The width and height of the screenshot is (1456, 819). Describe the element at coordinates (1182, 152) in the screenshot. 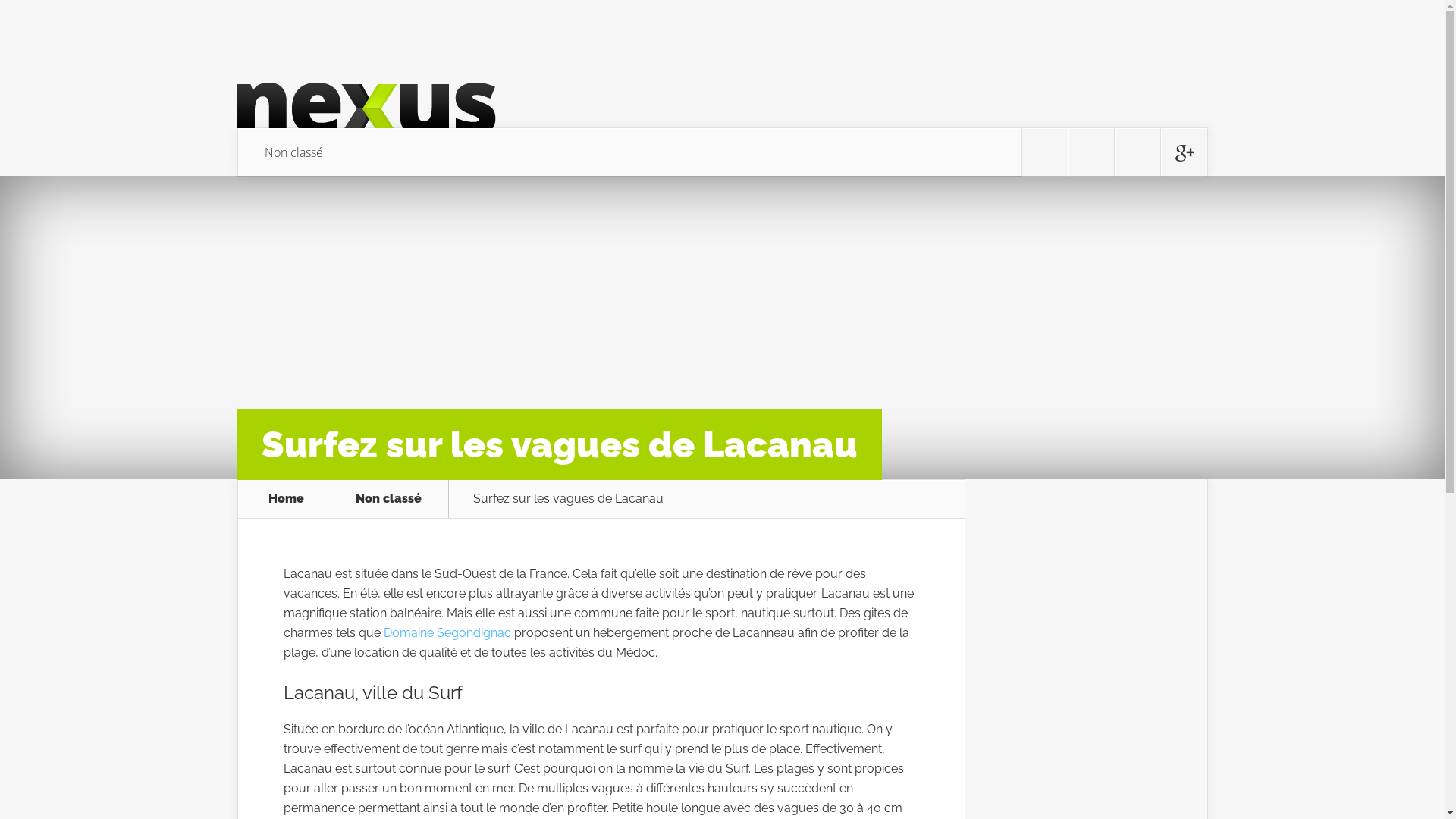

I see `'Follow Us On Google+'` at that location.